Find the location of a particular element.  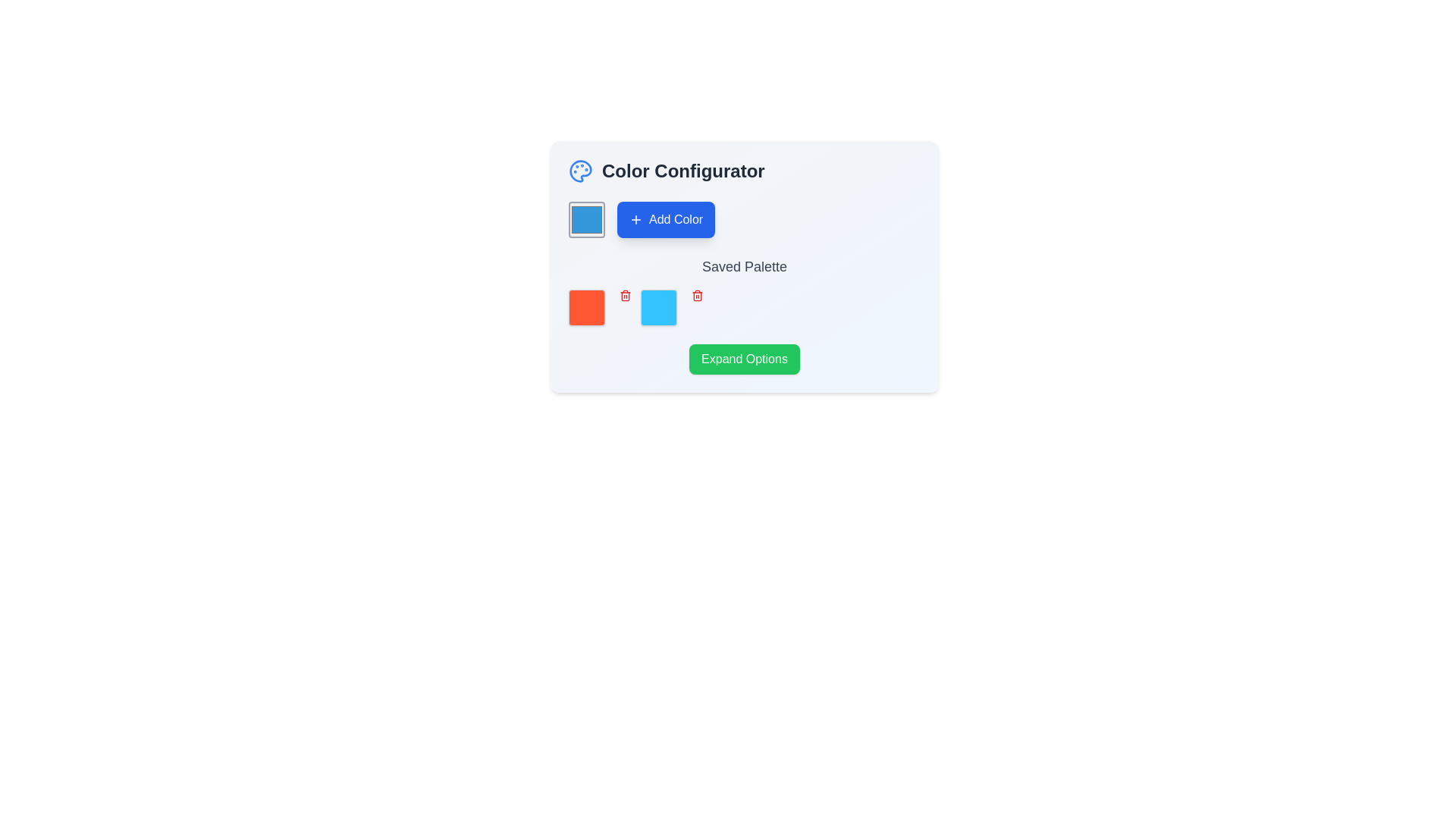

the 'Add Color' button's SVG icon, which visually represents the 'Add' action, located in the upper-middle section of the Color Configurator interface is located at coordinates (636, 219).